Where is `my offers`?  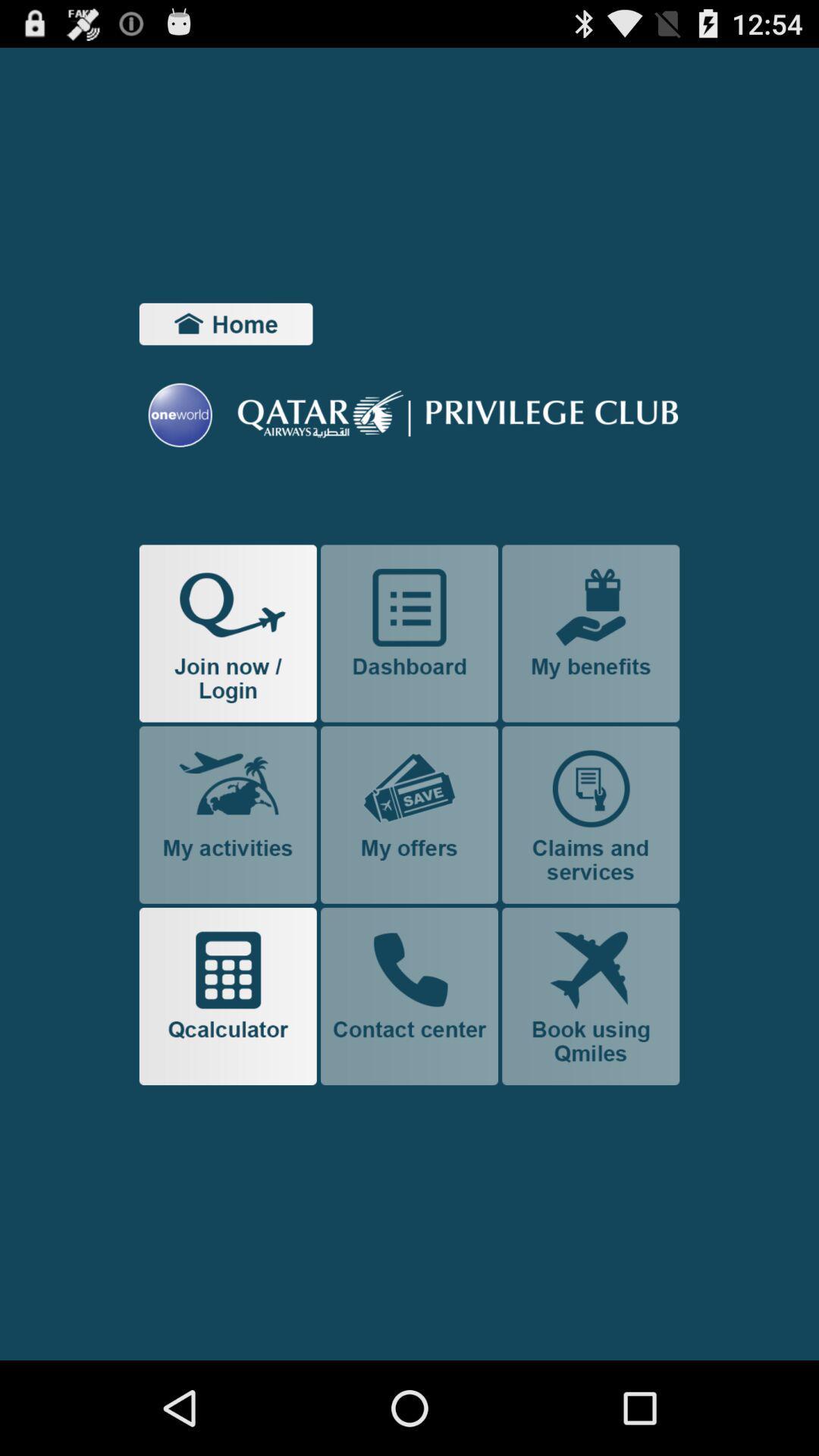 my offers is located at coordinates (409, 814).